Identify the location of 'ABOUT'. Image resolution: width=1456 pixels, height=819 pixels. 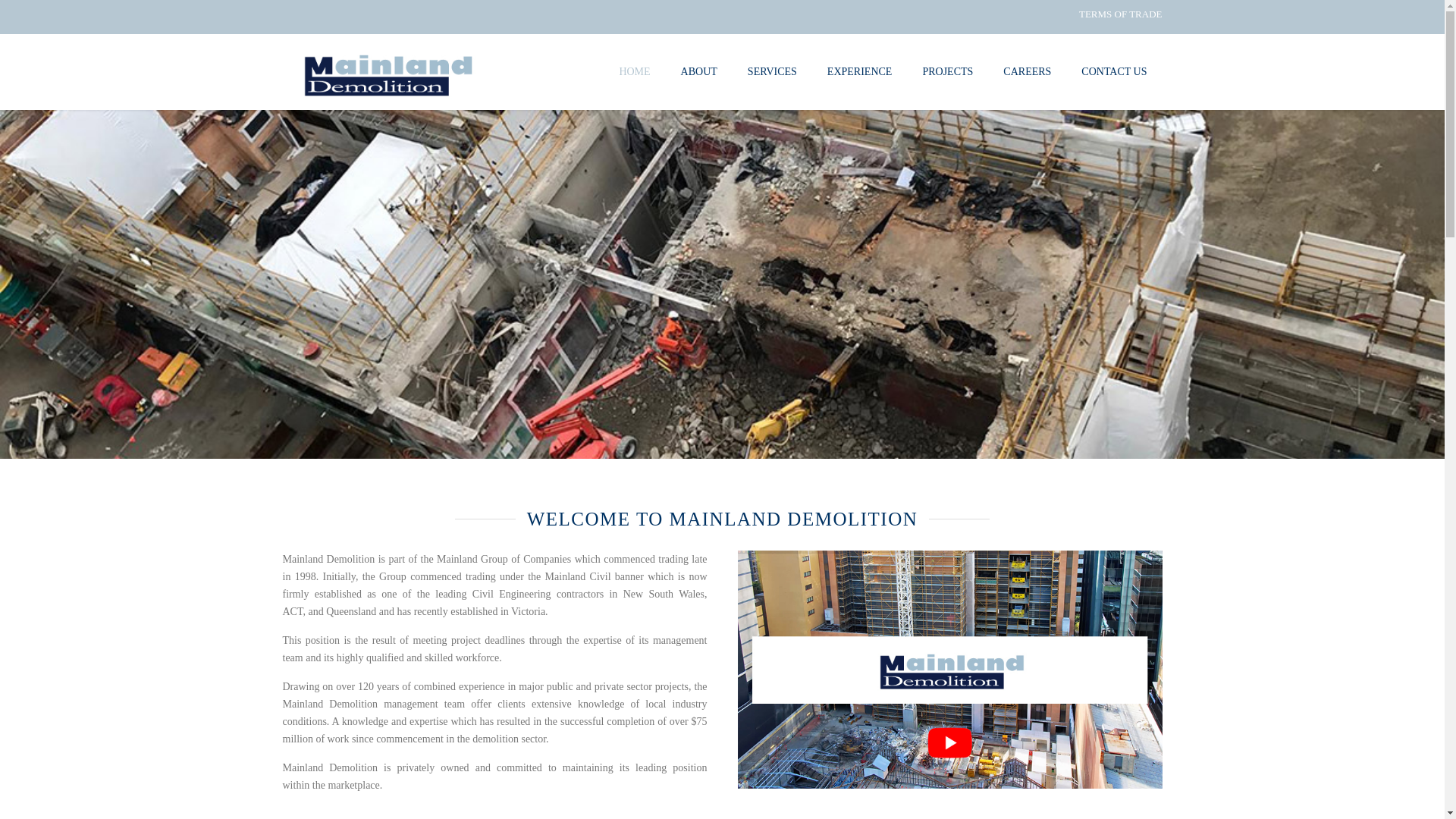
(679, 71).